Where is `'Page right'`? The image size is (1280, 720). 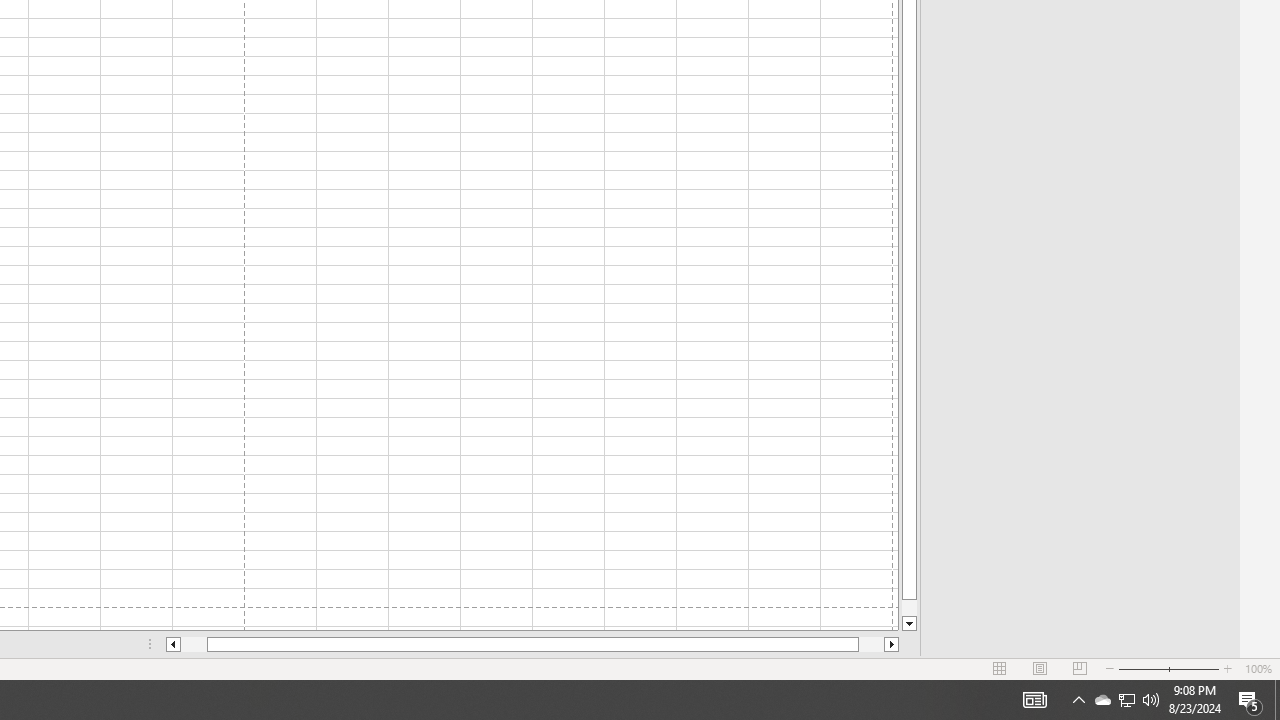
'Page right' is located at coordinates (871, 644).